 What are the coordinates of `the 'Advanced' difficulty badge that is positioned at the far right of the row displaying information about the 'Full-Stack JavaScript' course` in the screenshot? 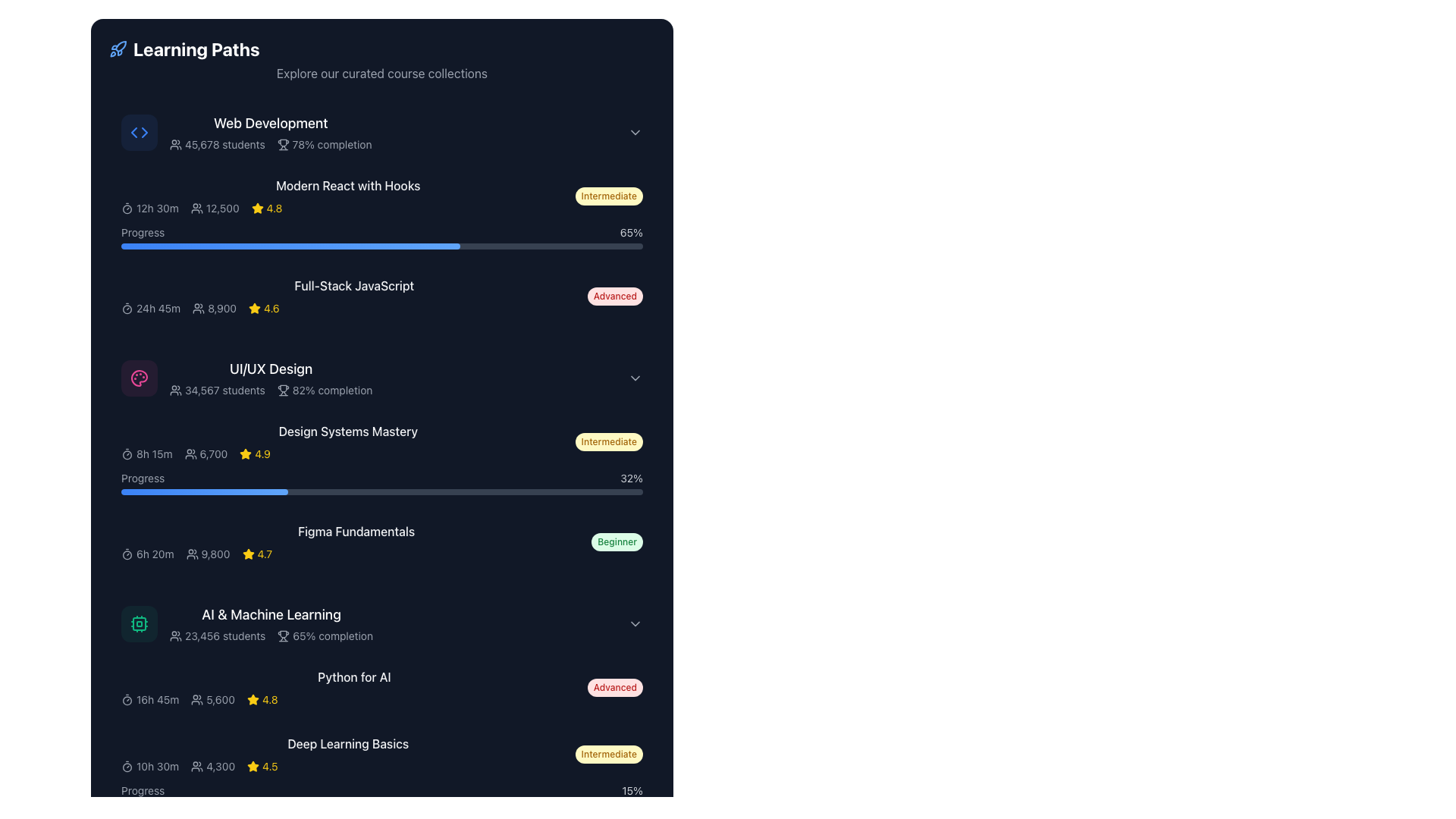 It's located at (615, 296).